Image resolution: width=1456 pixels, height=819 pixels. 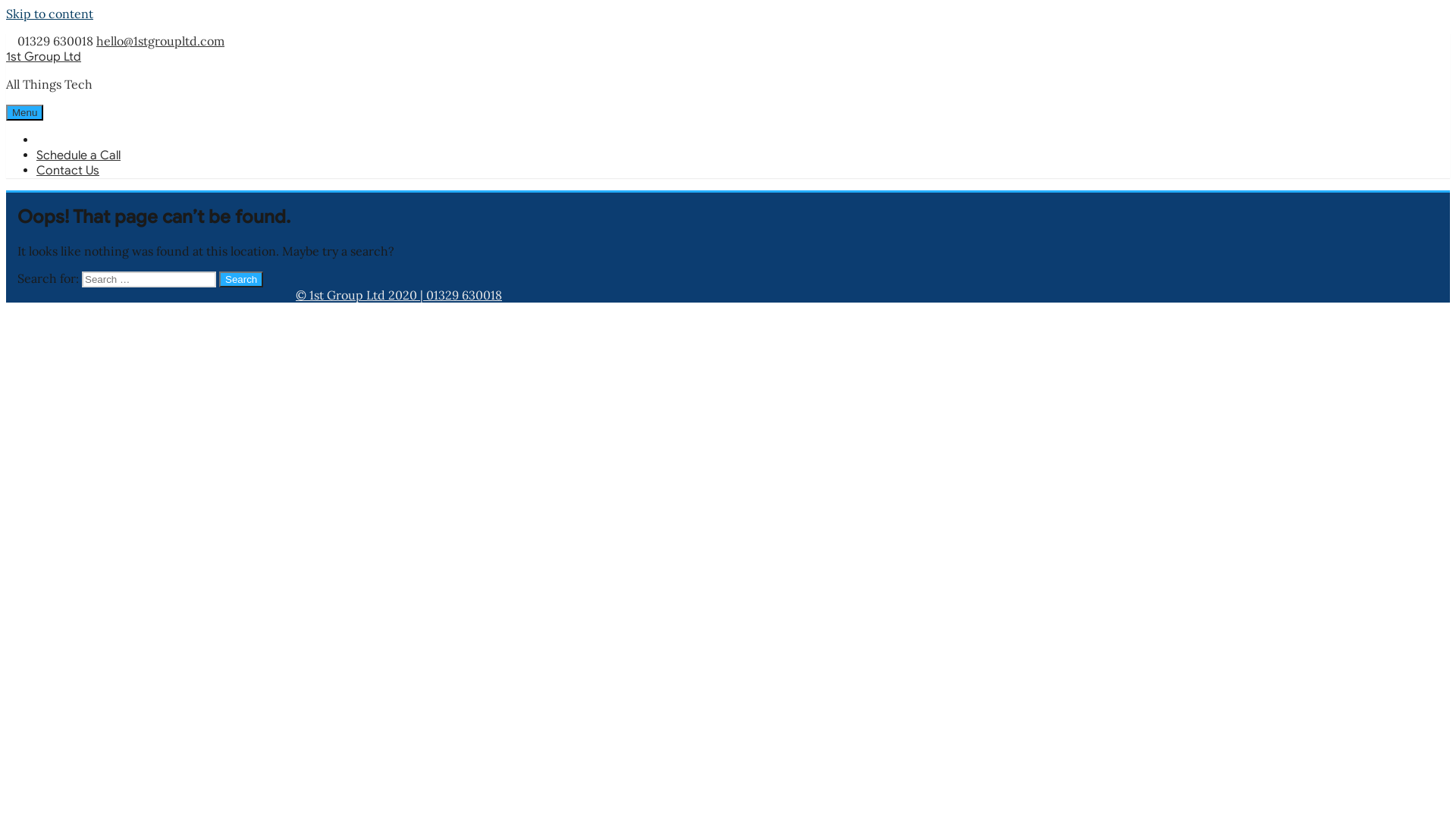 I want to click on 'Menu', so click(x=24, y=111).